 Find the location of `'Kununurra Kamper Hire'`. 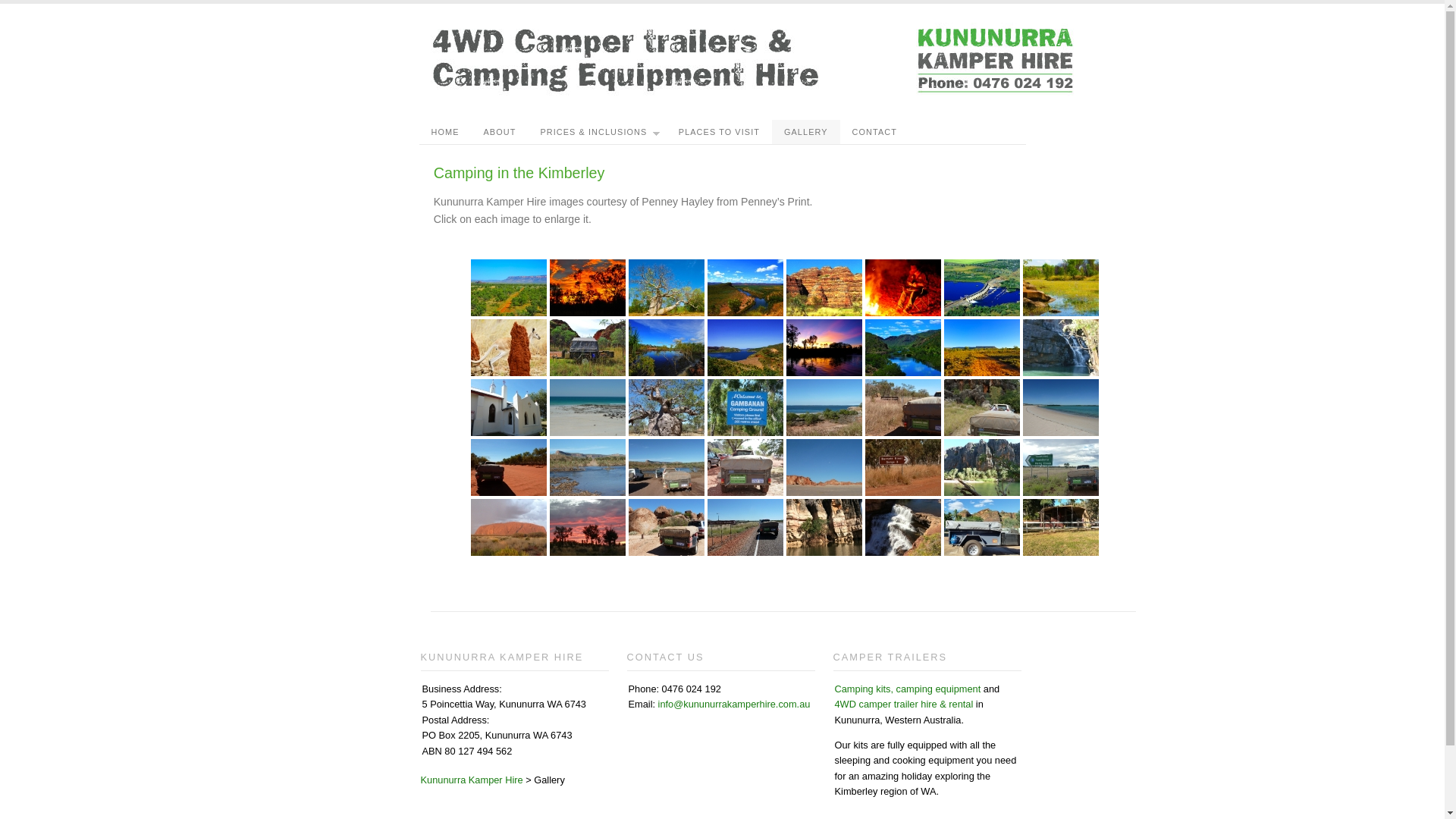

'Kununurra Kamper Hire' is located at coordinates (470, 780).